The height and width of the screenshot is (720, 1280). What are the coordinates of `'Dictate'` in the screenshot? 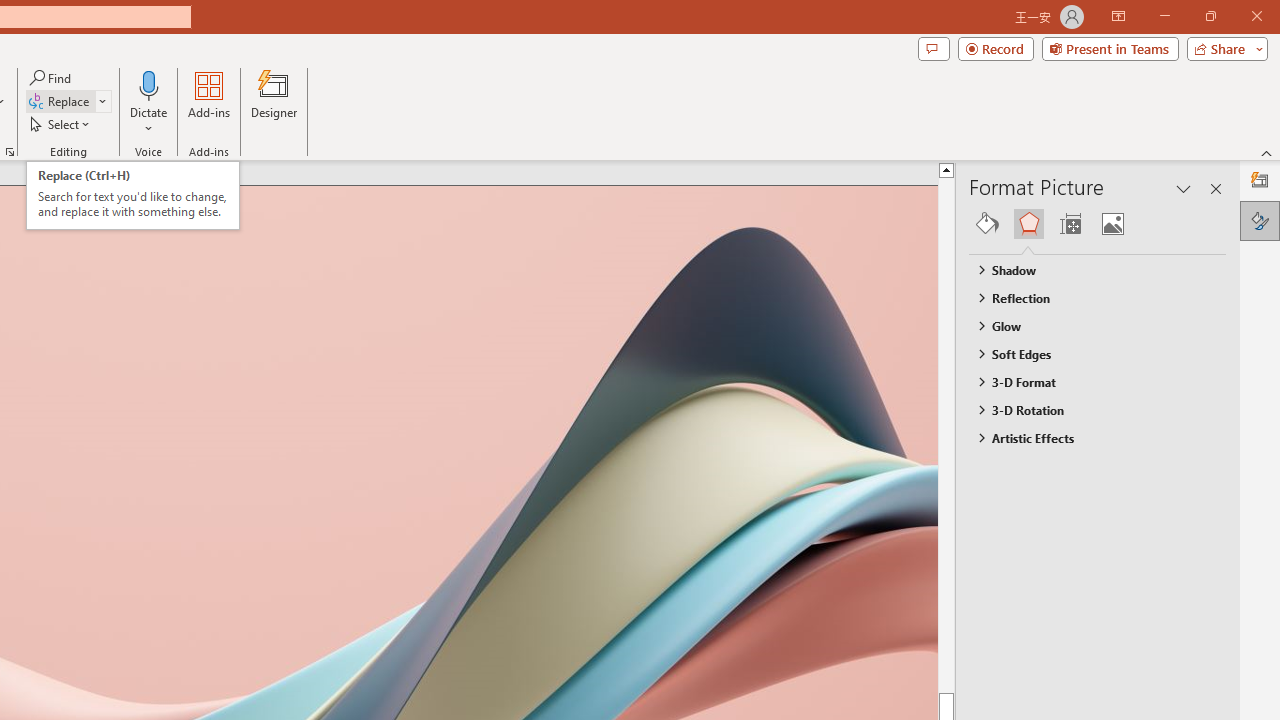 It's located at (148, 84).